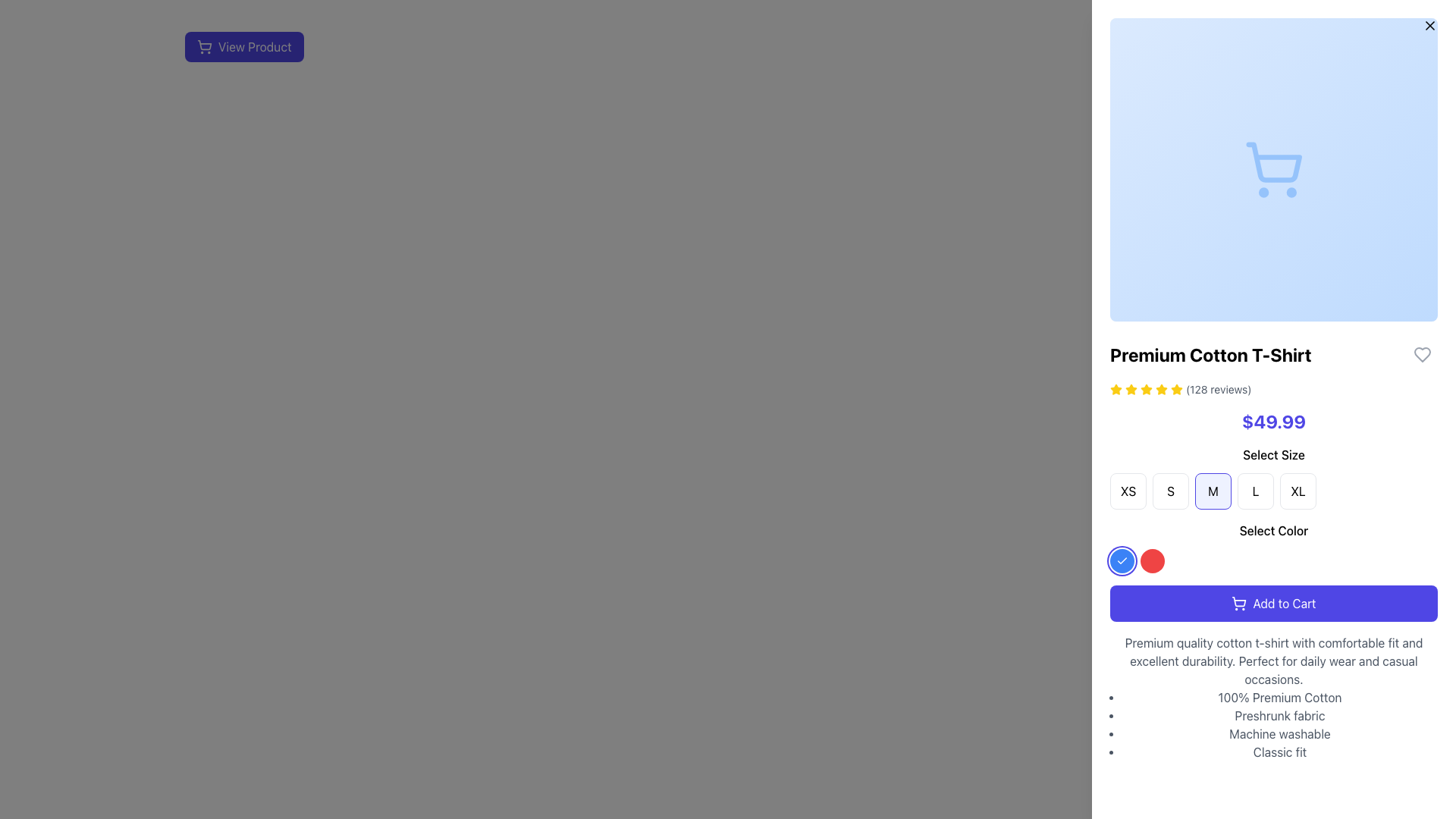 The height and width of the screenshot is (819, 1456). What do you see at coordinates (1274, 454) in the screenshot?
I see `the static text label that serves as the title for the size selection menu, positioned above the size options and below the price display showing '$49.99'` at bounding box center [1274, 454].